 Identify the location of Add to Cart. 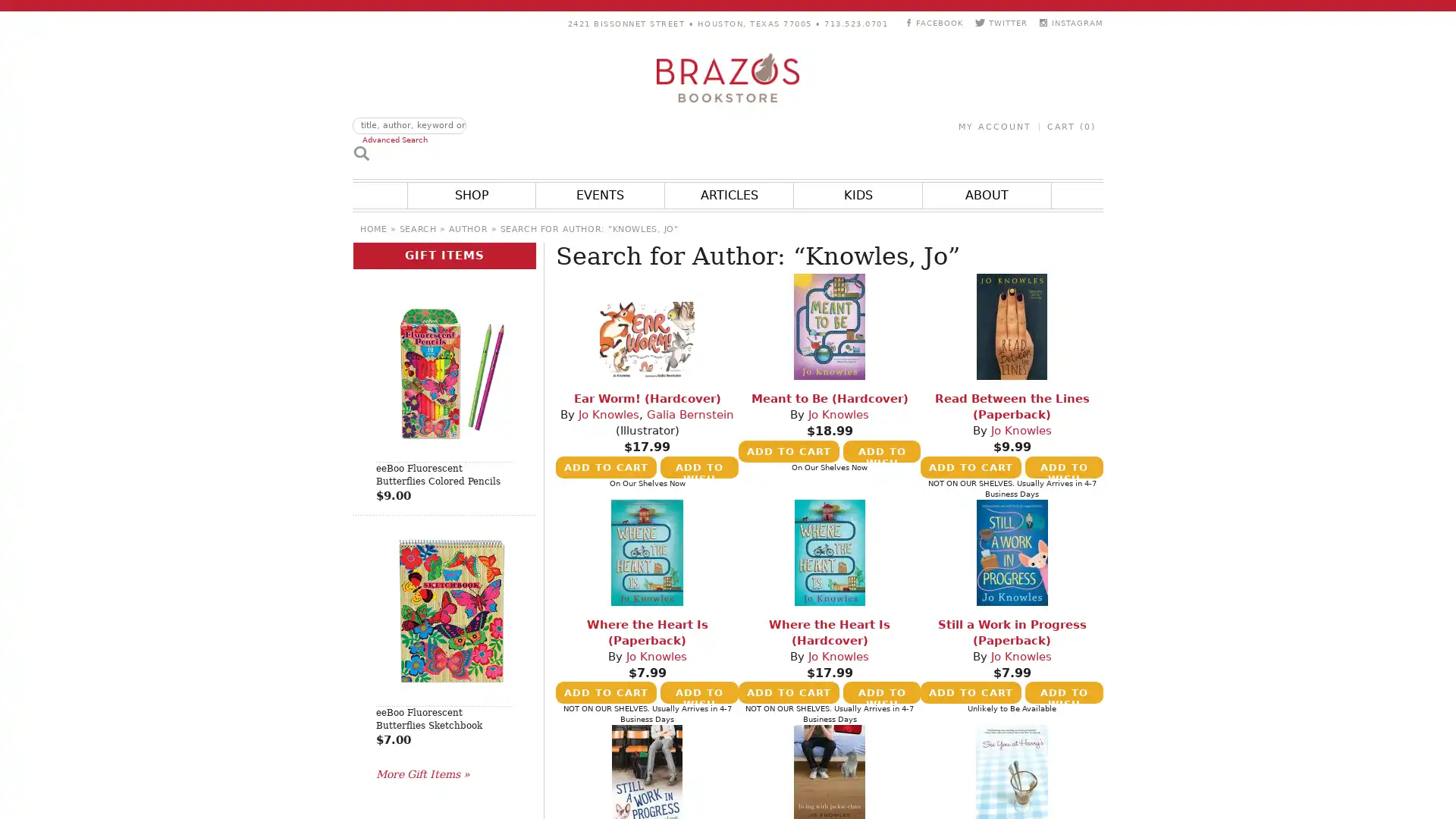
(788, 450).